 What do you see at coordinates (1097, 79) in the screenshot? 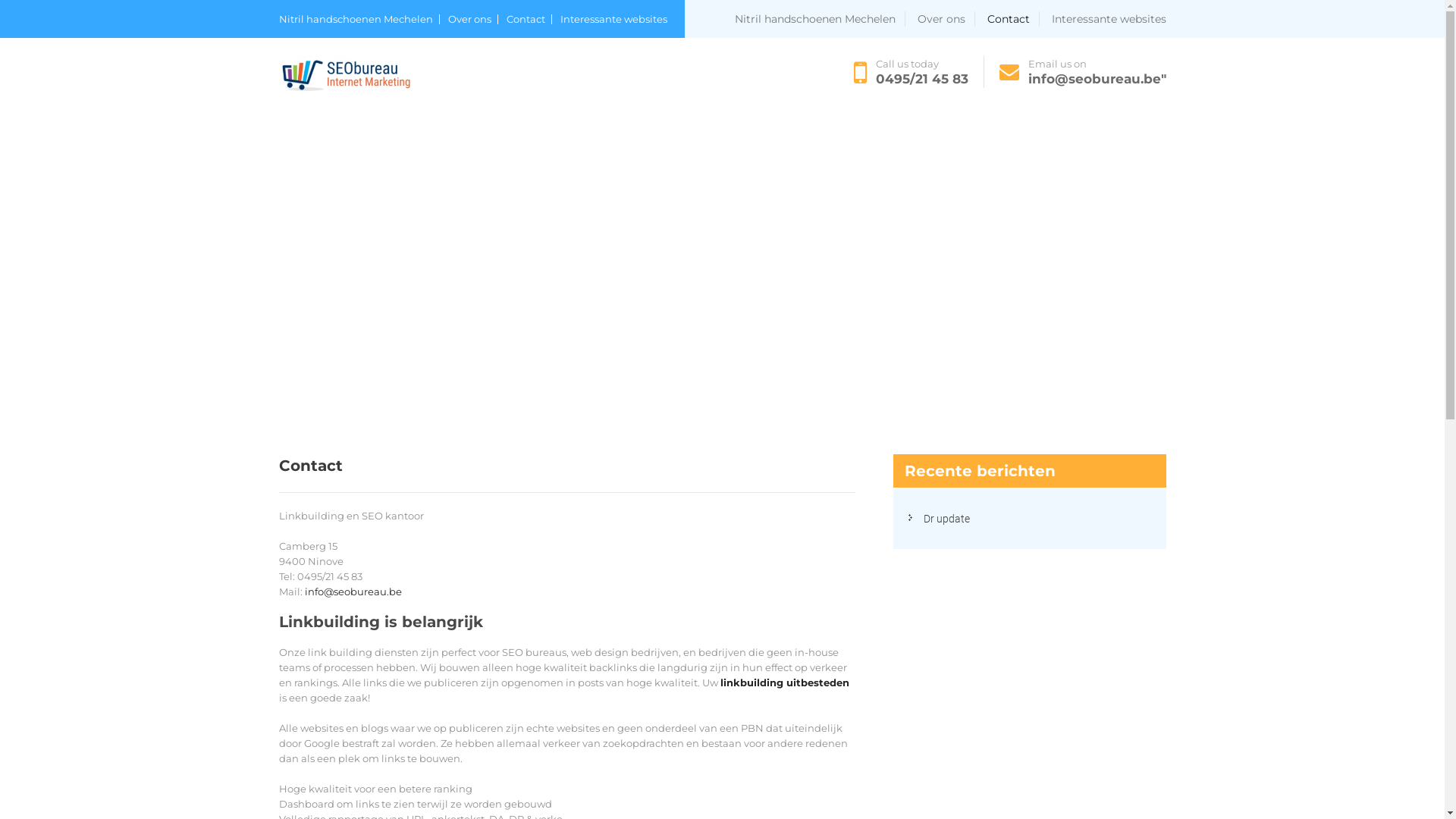
I see `'info@seobureau.be"'` at bounding box center [1097, 79].